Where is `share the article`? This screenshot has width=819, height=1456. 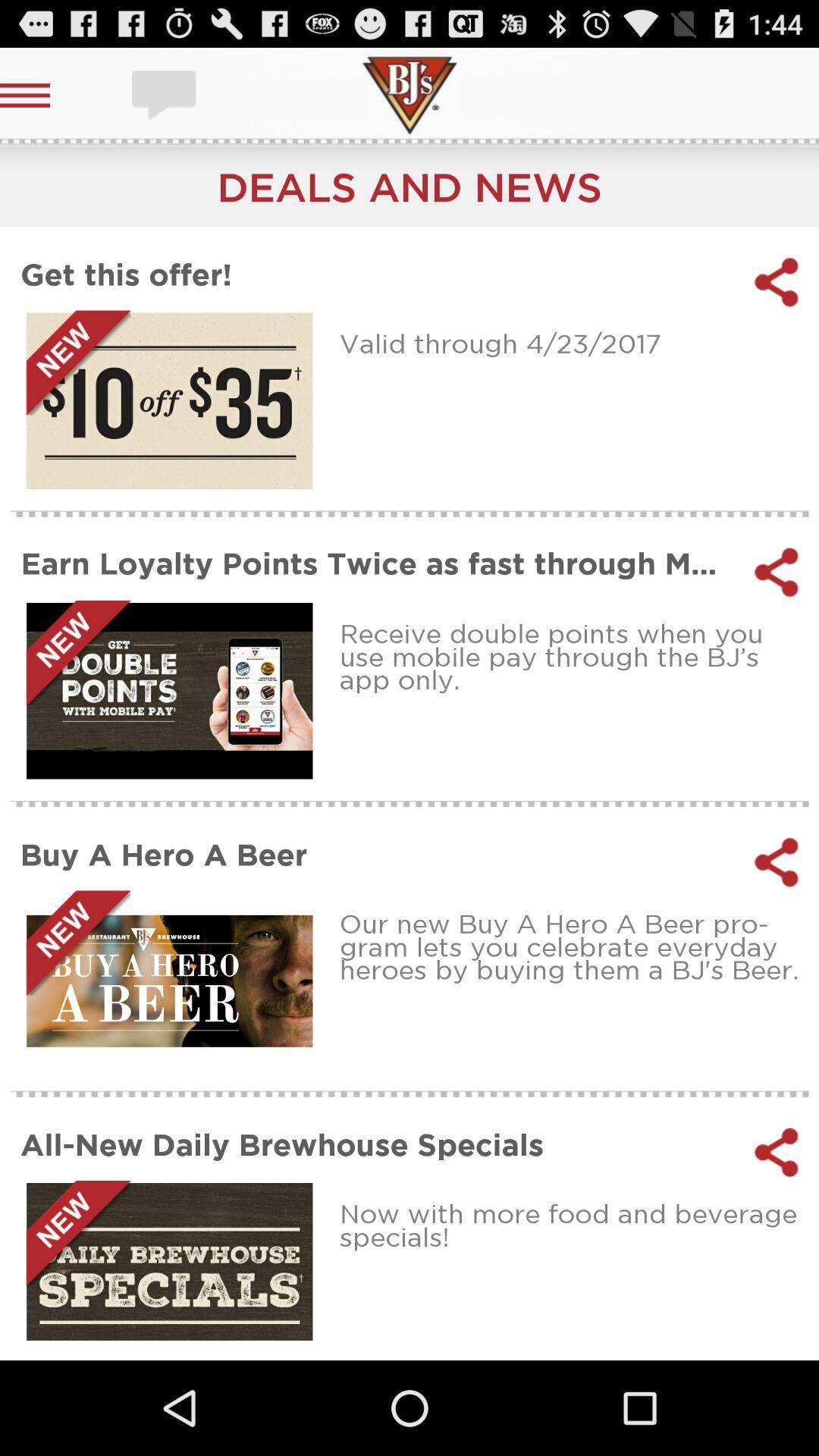
share the article is located at coordinates (777, 571).